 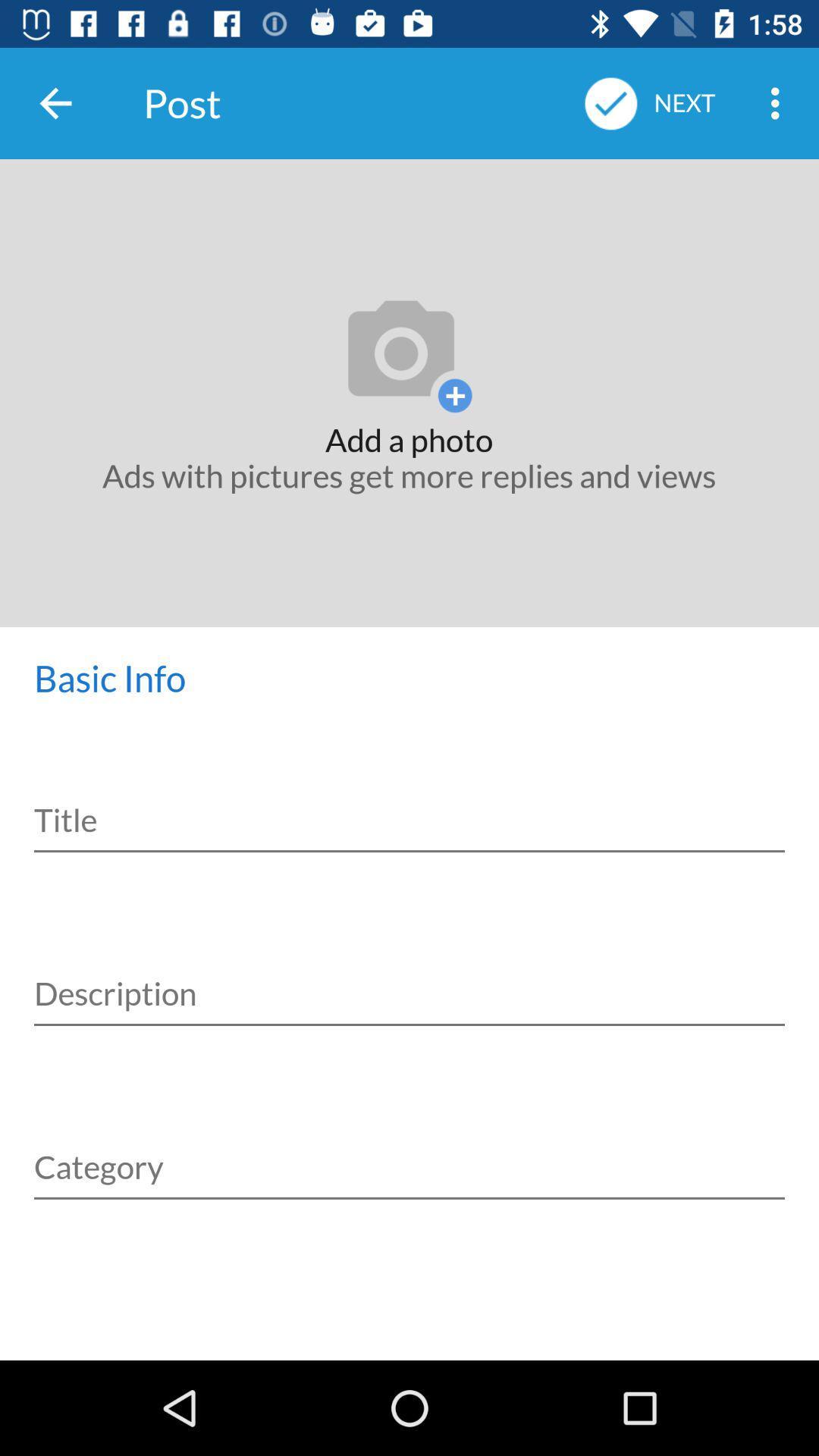 I want to click on title, so click(x=409, y=809).